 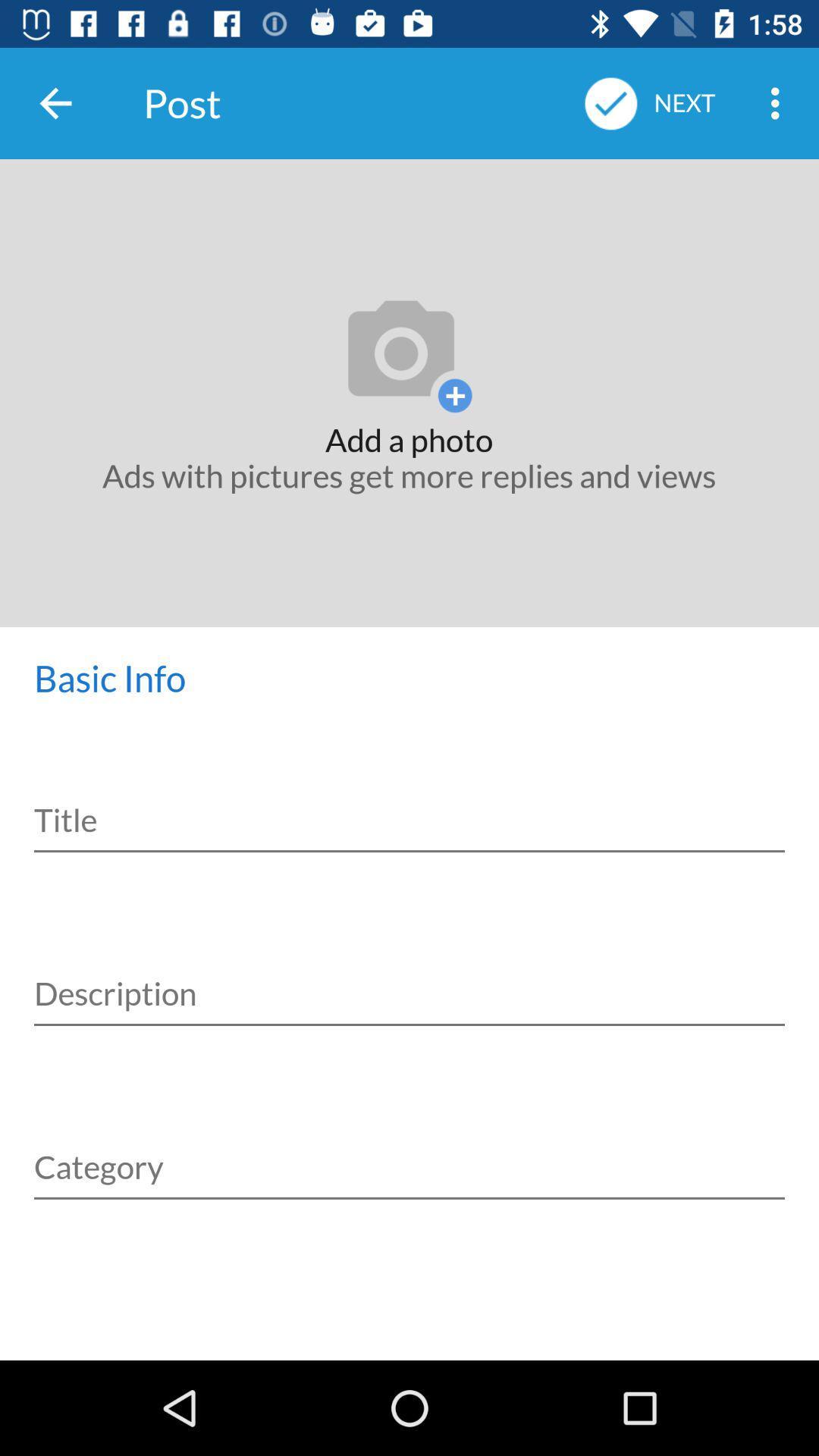 I want to click on title, so click(x=409, y=809).